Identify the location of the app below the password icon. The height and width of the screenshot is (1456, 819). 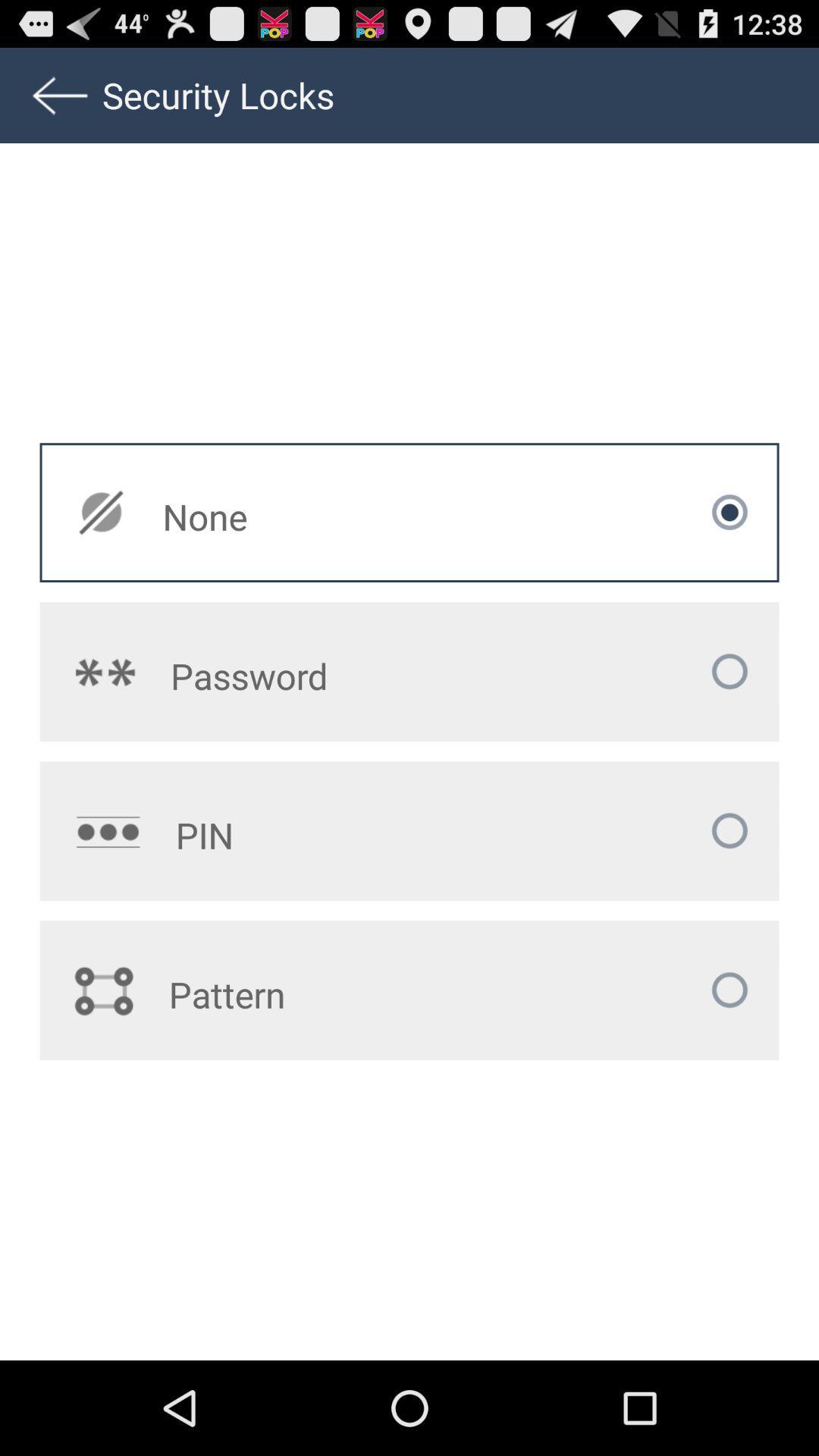
(324, 834).